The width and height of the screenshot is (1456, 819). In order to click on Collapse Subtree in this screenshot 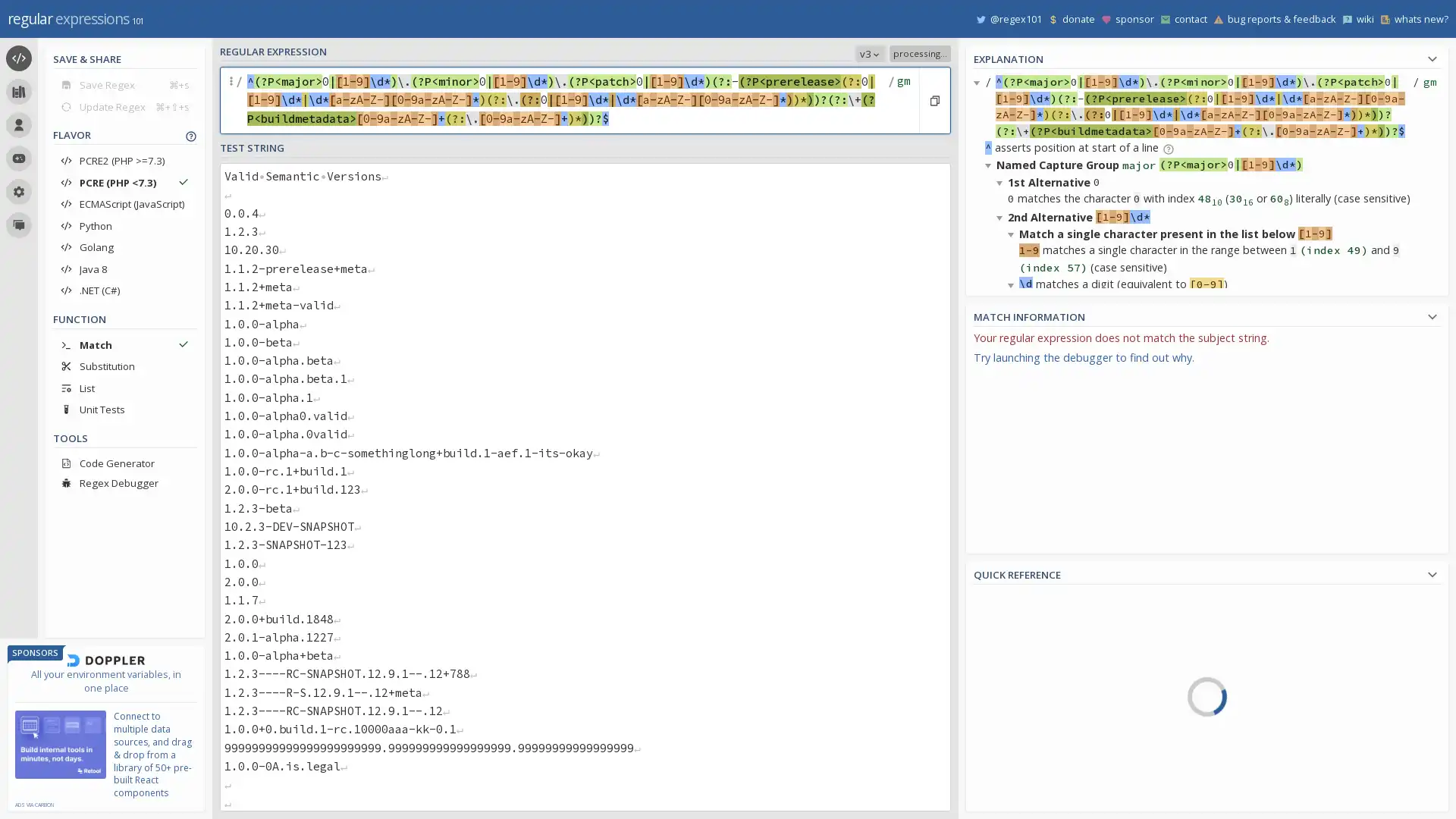, I will do `click(1002, 406)`.